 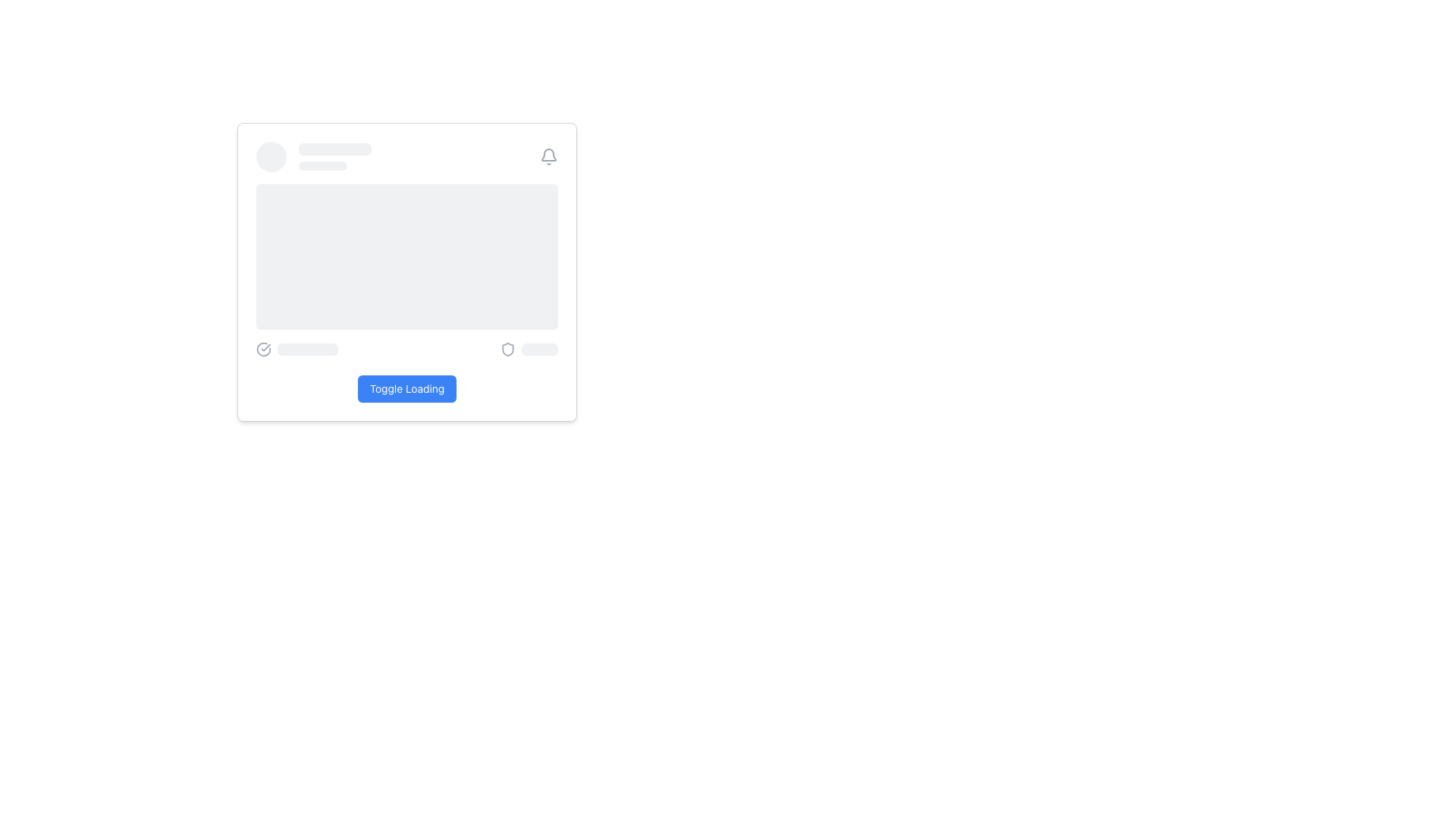 What do you see at coordinates (508, 350) in the screenshot?
I see `the security status indicated by the stylized shield icon located at the bottom-right section of the card-like interface` at bounding box center [508, 350].